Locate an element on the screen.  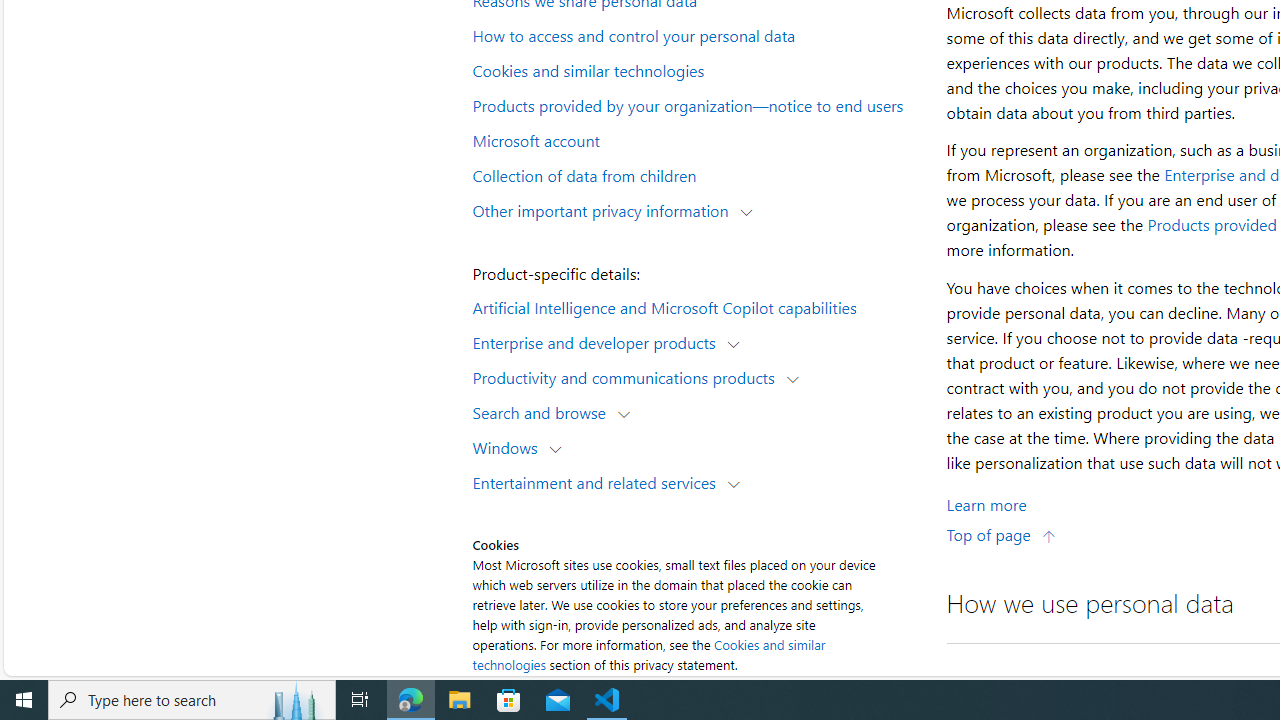
'Entertainment and related services' is located at coordinates (598, 482).